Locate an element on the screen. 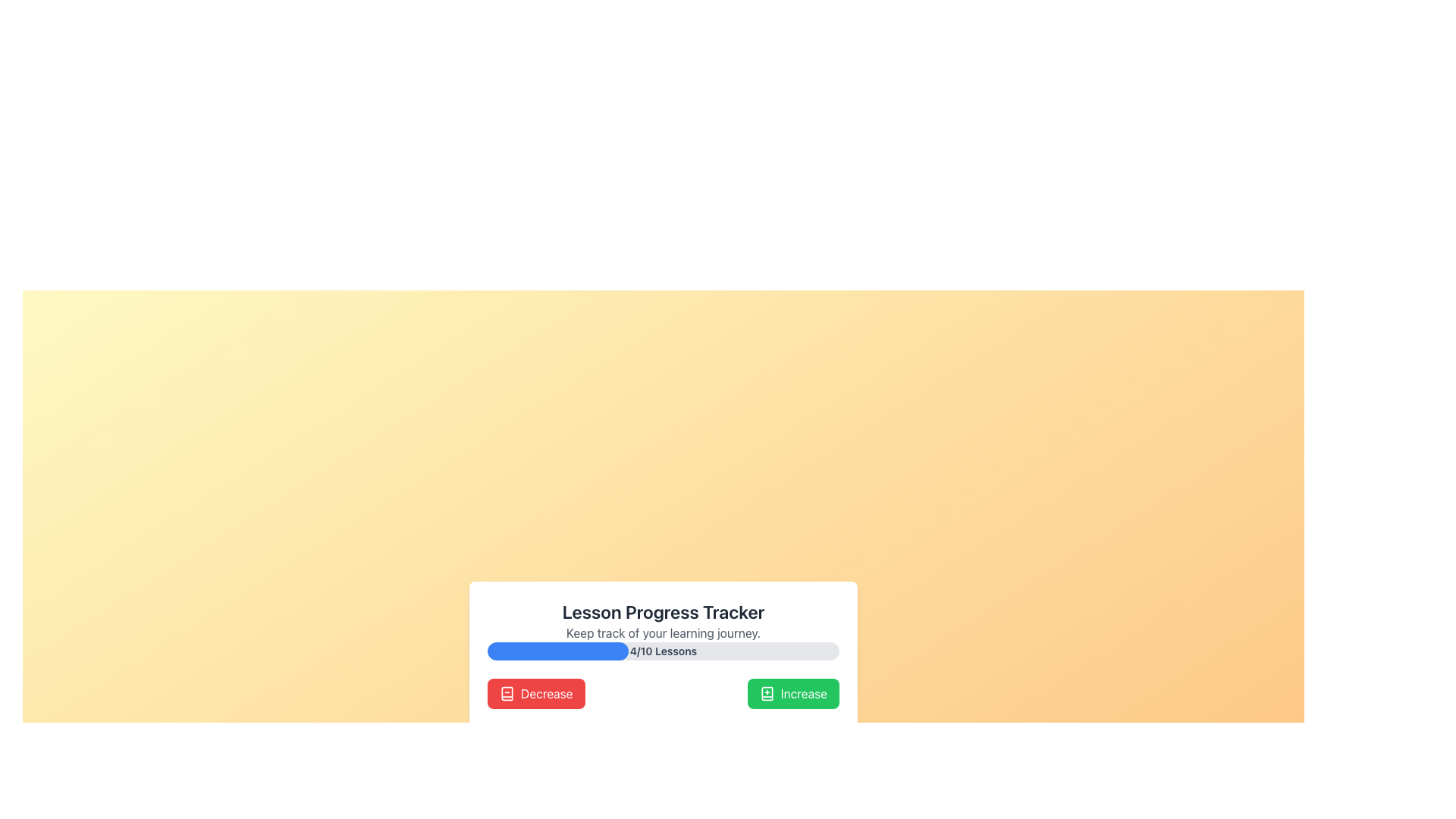 This screenshot has height=819, width=1456. the increment button located to the right of the red 'Decrease' button to increase the associated value is located at coordinates (792, 693).